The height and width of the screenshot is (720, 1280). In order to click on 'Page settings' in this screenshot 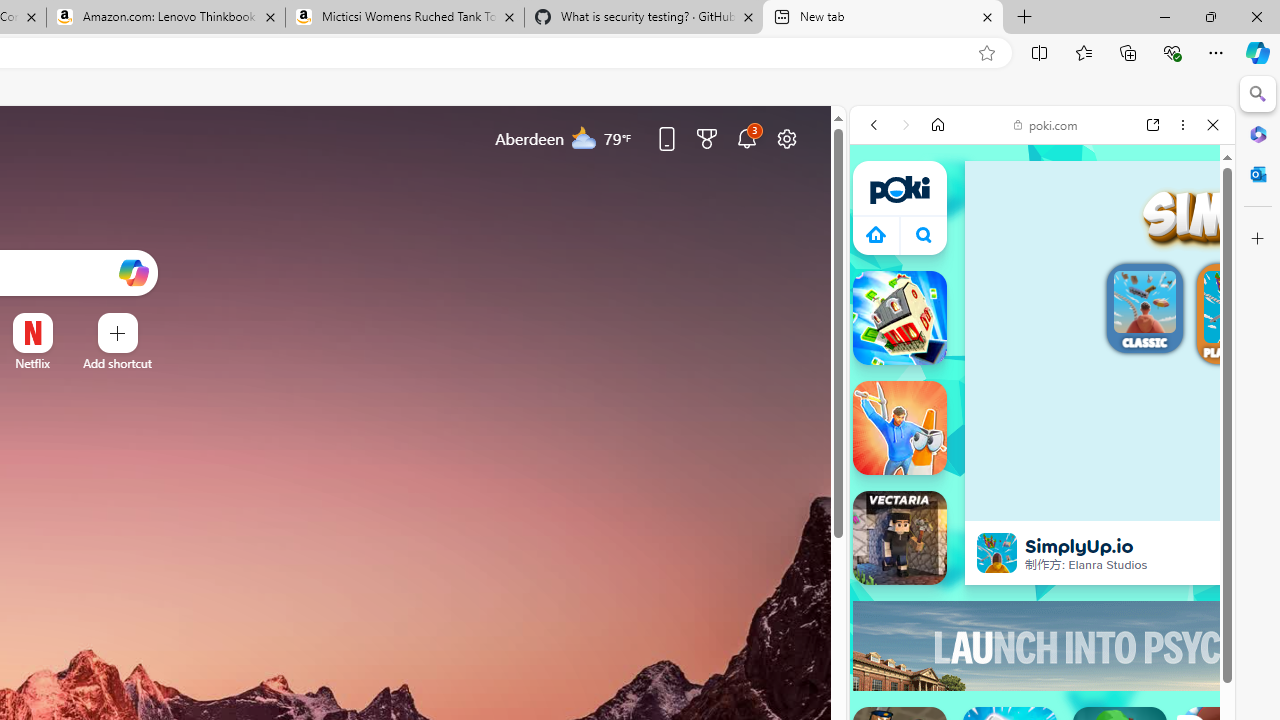, I will do `click(785, 137)`.